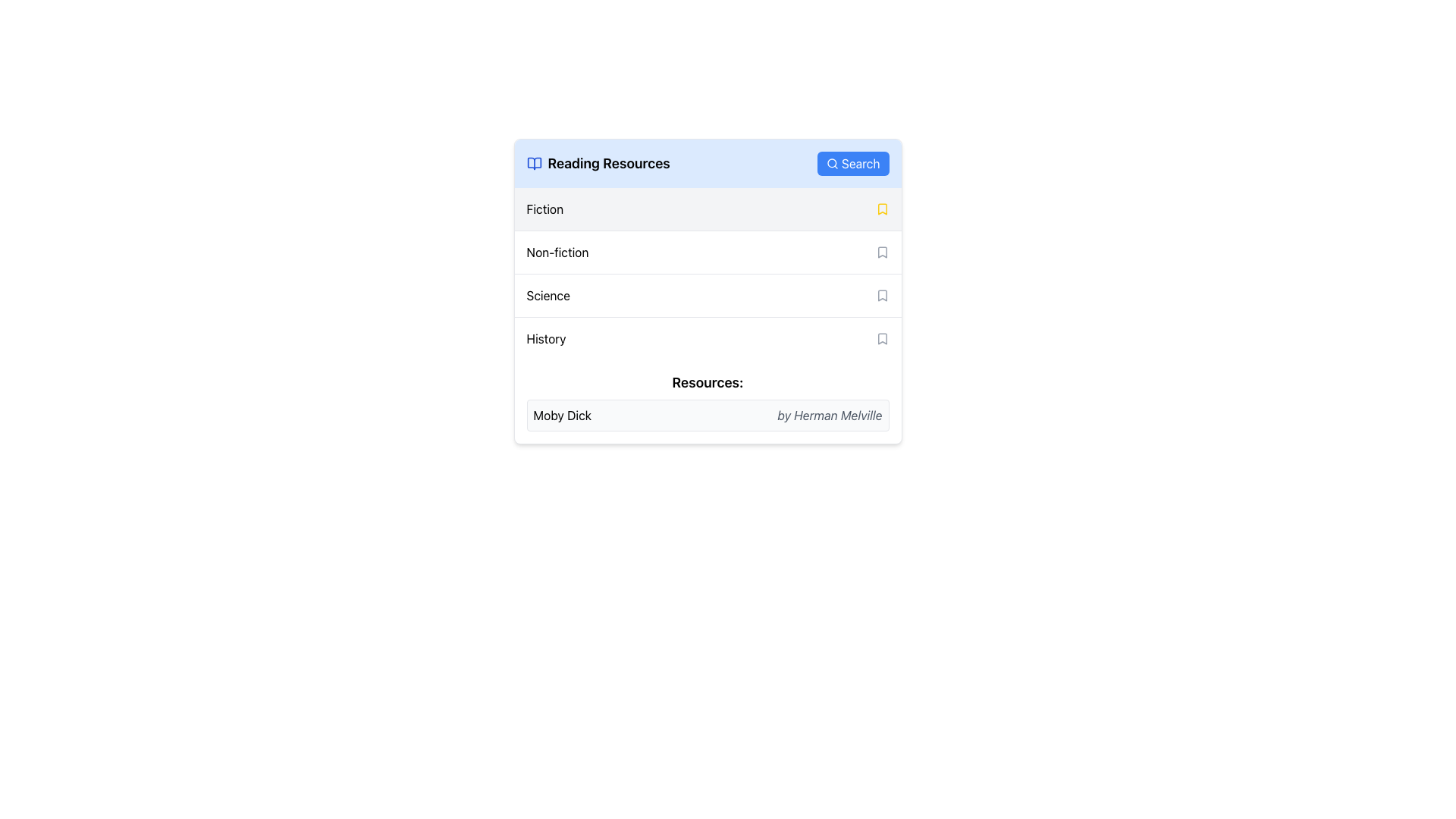  Describe the element at coordinates (832, 164) in the screenshot. I see `the search button located in the top-right corner of the 'Reading Resources' panel, which contains a search SVG icon to the left of the 'Search' text` at that location.